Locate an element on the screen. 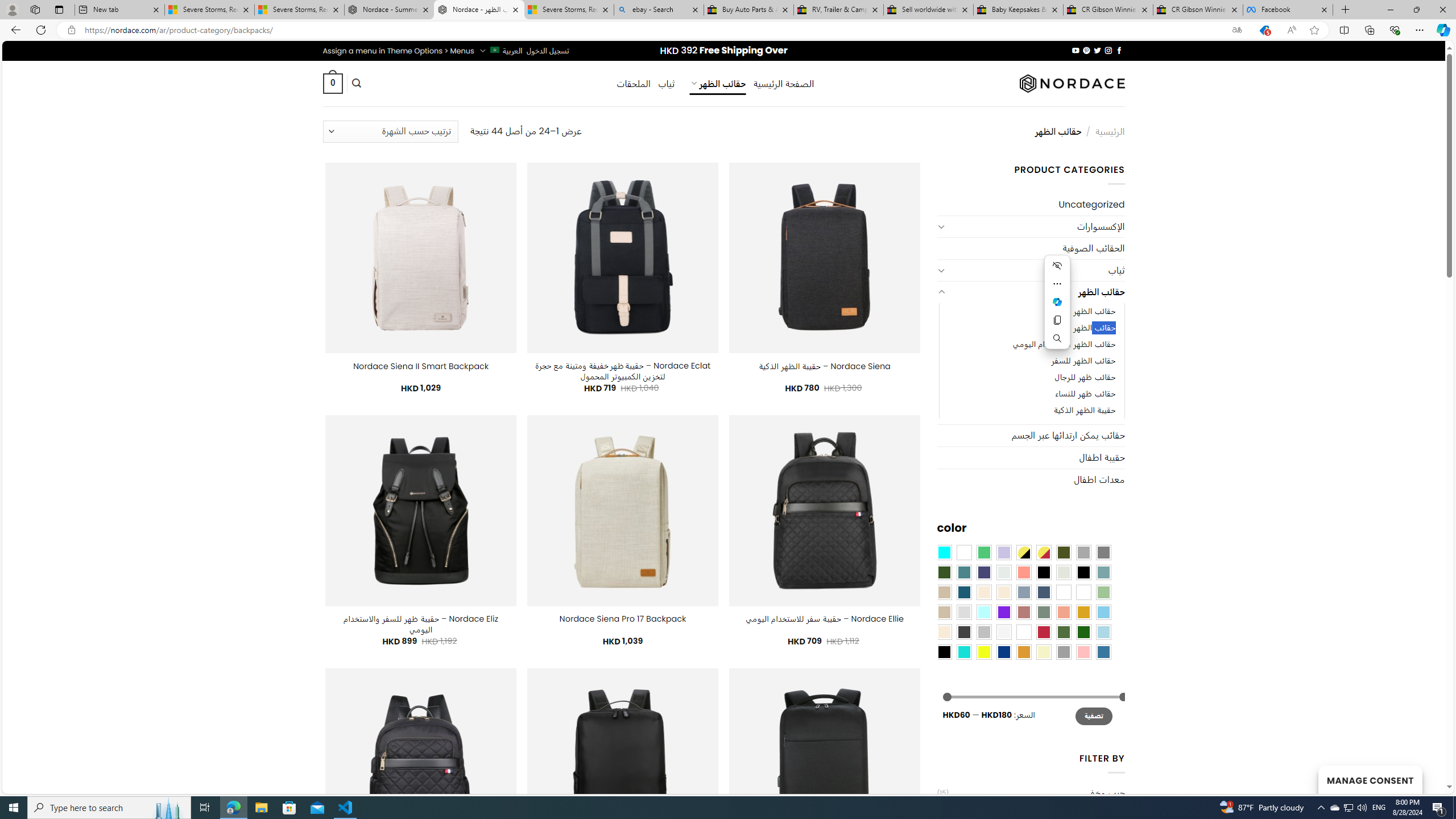 The width and height of the screenshot is (1456, 819). 'Facebook' is located at coordinates (1287, 9).